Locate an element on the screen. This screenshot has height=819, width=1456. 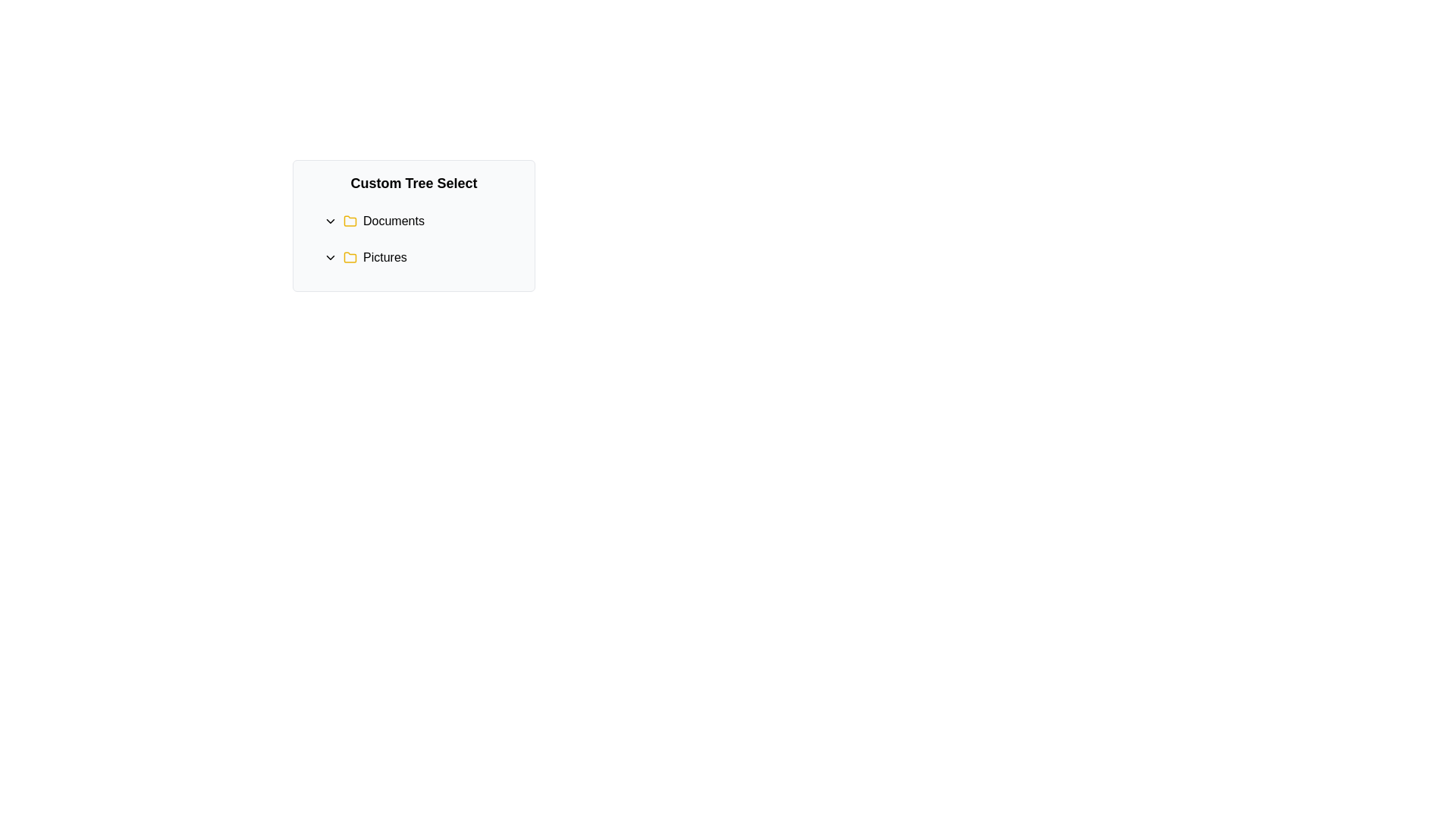
the black downward-facing chevron icon located to the left of the 'Pictures' label is located at coordinates (333, 256).